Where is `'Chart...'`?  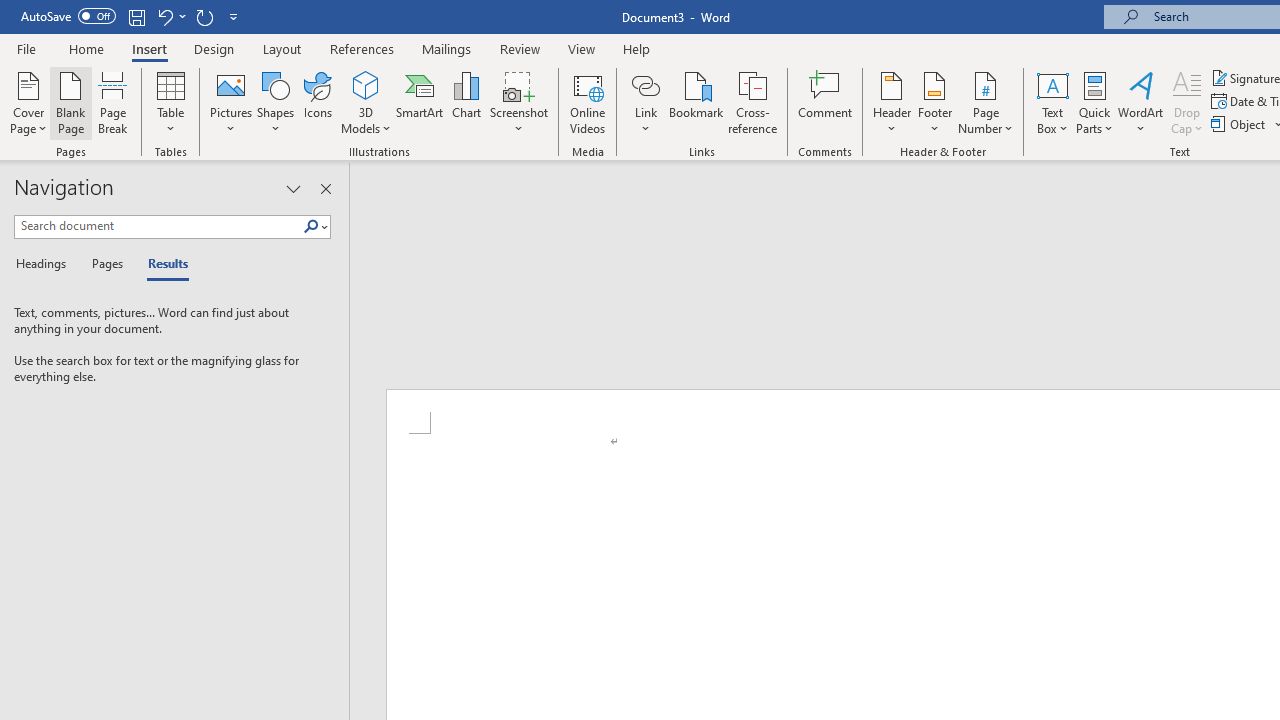
'Chart...' is located at coordinates (465, 103).